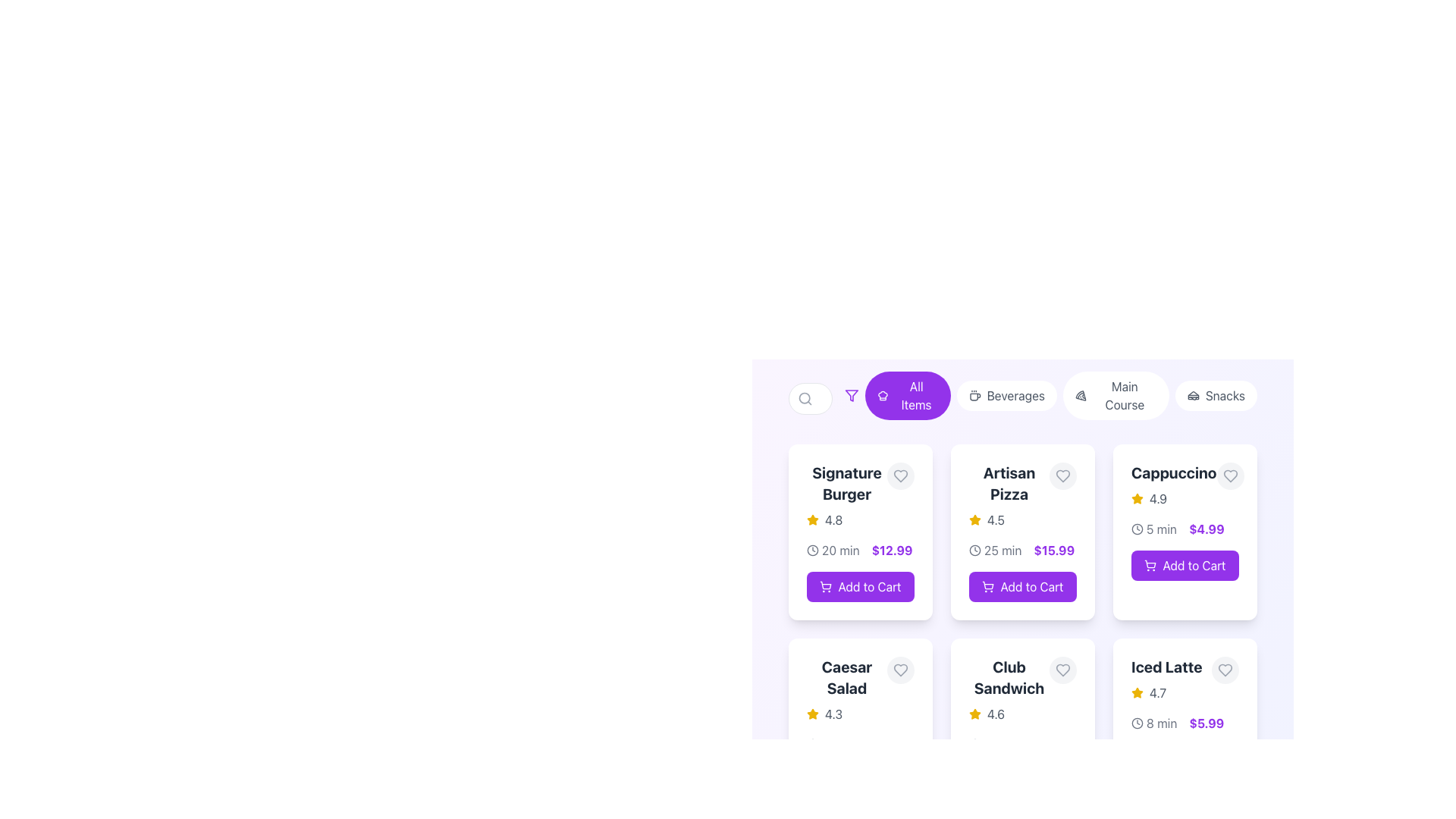 Image resolution: width=1456 pixels, height=819 pixels. Describe the element at coordinates (1137, 529) in the screenshot. I see `the SVG circle element that serves as a visual component of the clock icon located in the toolbar area at the top of the interface` at that location.